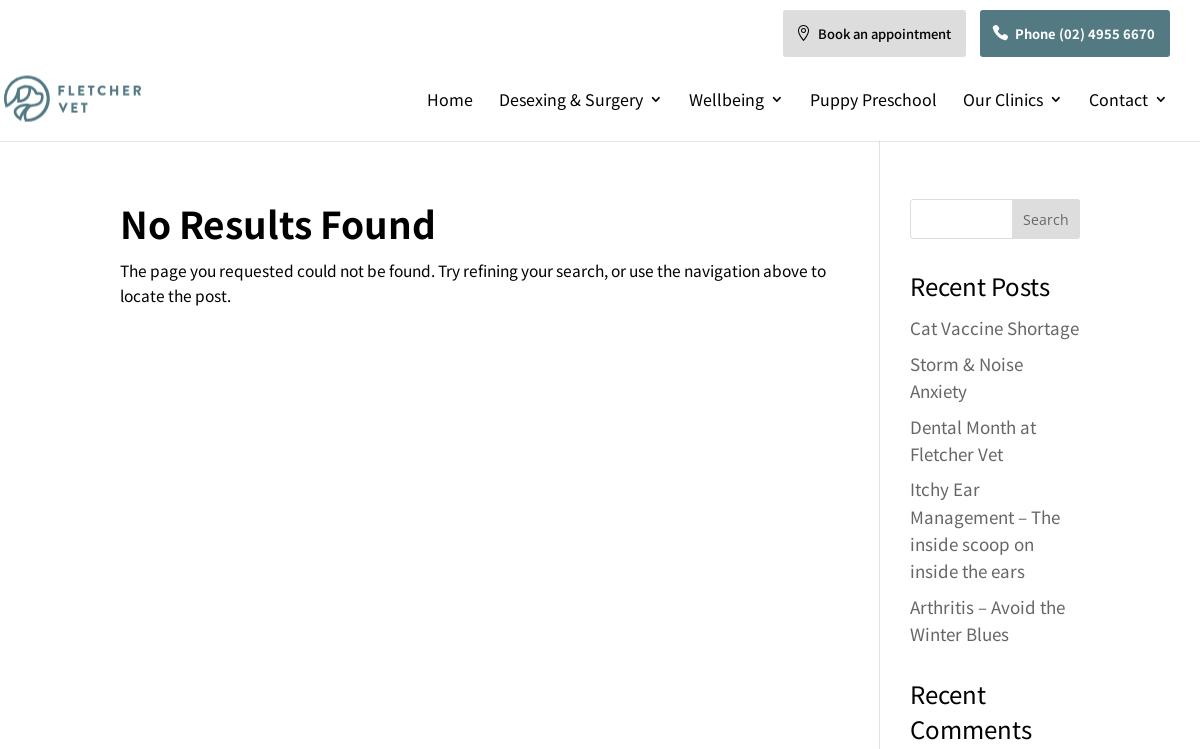 The width and height of the screenshot is (1203, 749). Describe the element at coordinates (985, 617) in the screenshot. I see `'Arthritis – Avoid the Winter Blues'` at that location.